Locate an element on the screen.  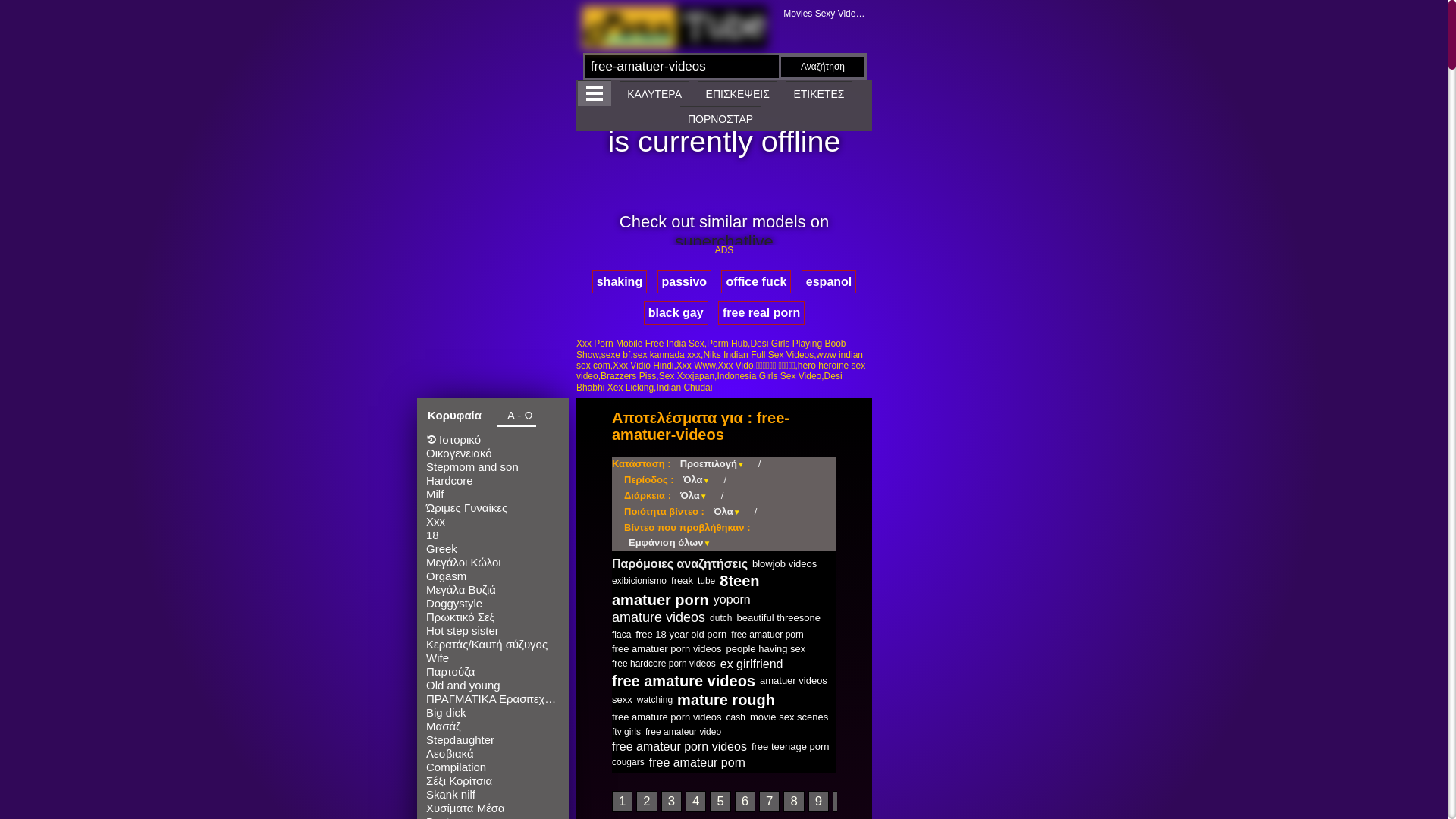
'10' is located at coordinates (846, 800).